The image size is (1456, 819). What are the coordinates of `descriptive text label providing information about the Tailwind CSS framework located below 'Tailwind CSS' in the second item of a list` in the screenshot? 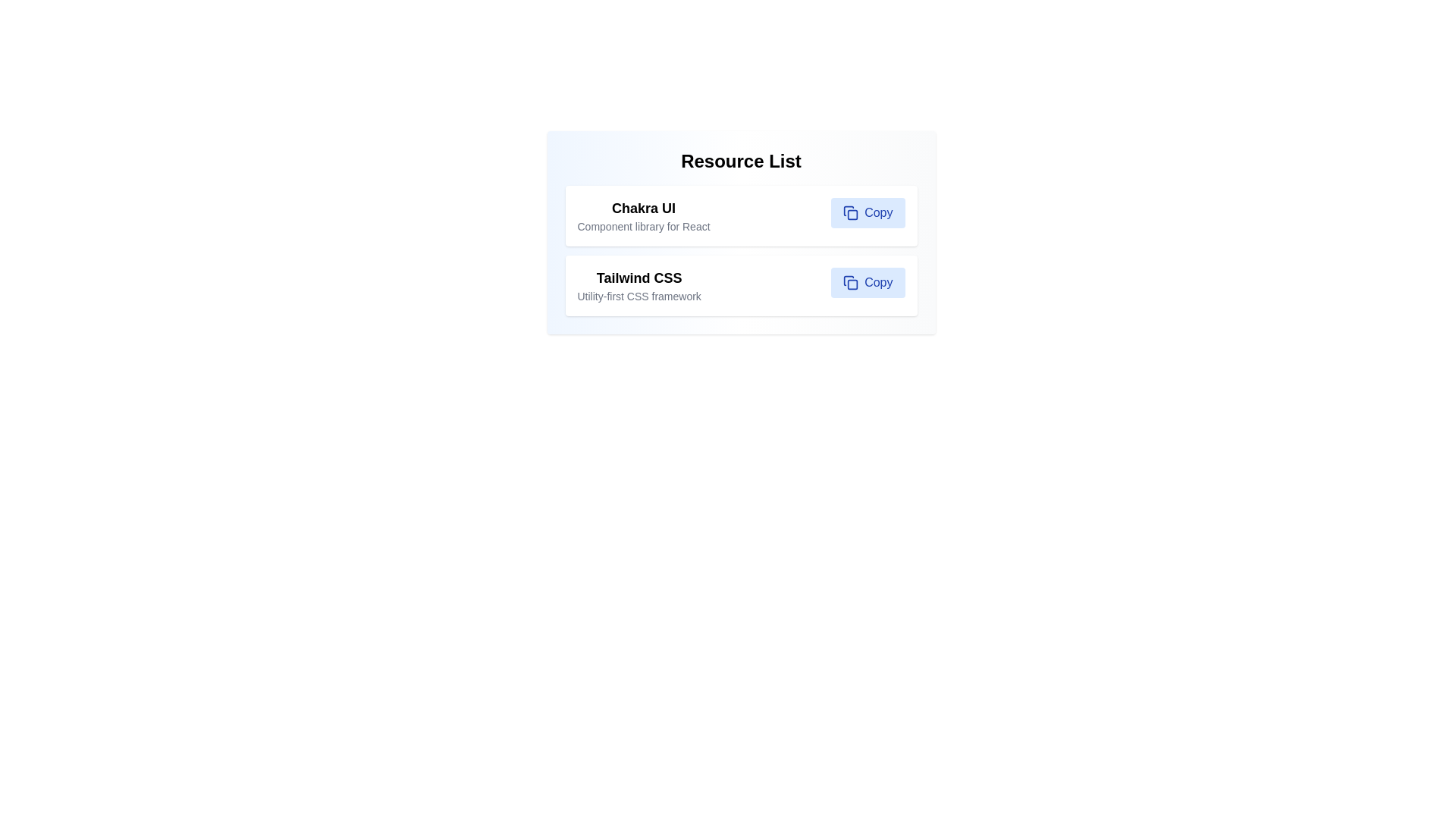 It's located at (639, 296).